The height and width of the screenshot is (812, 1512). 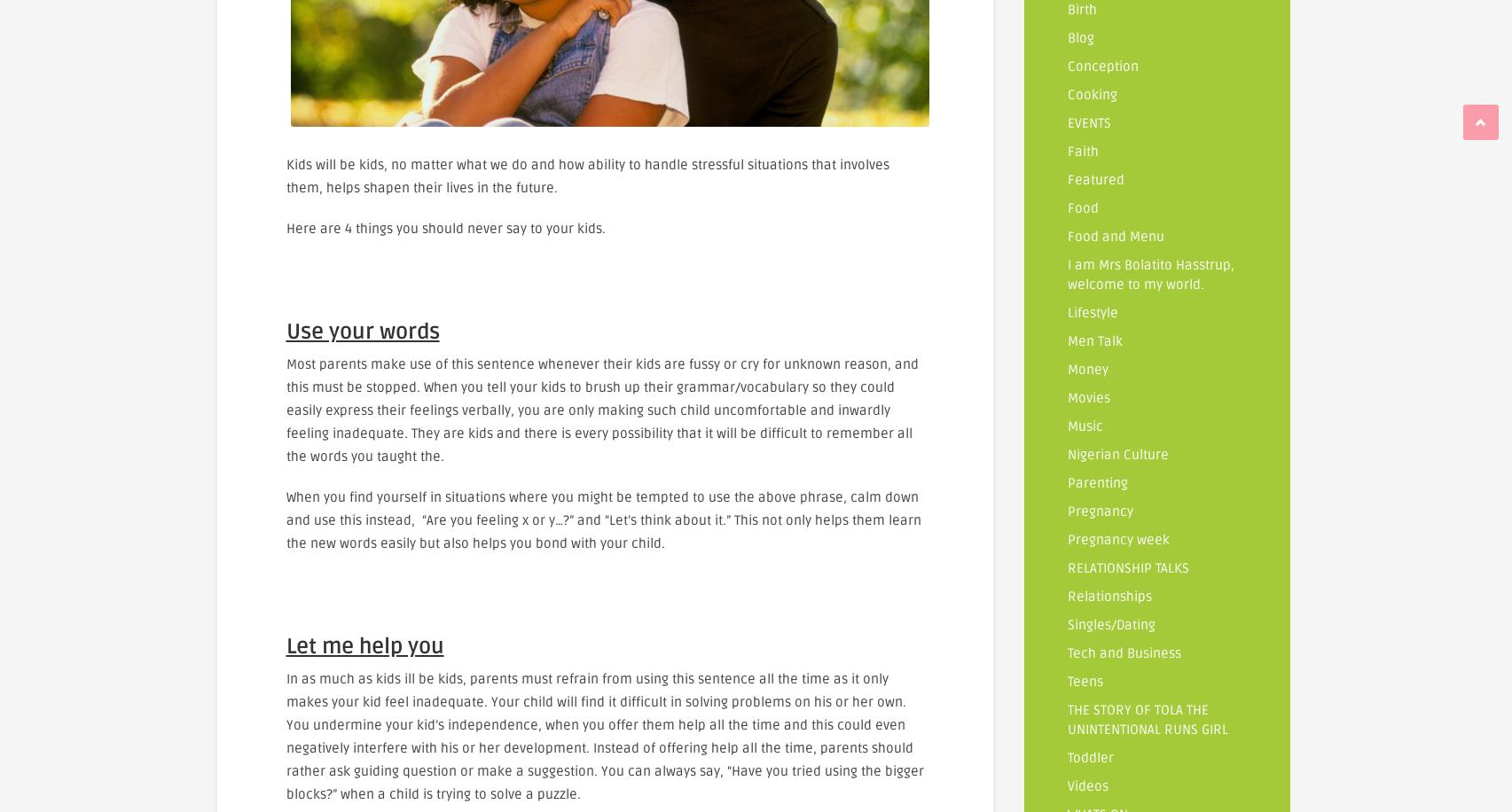 I want to click on 'Faith', so click(x=1083, y=152).